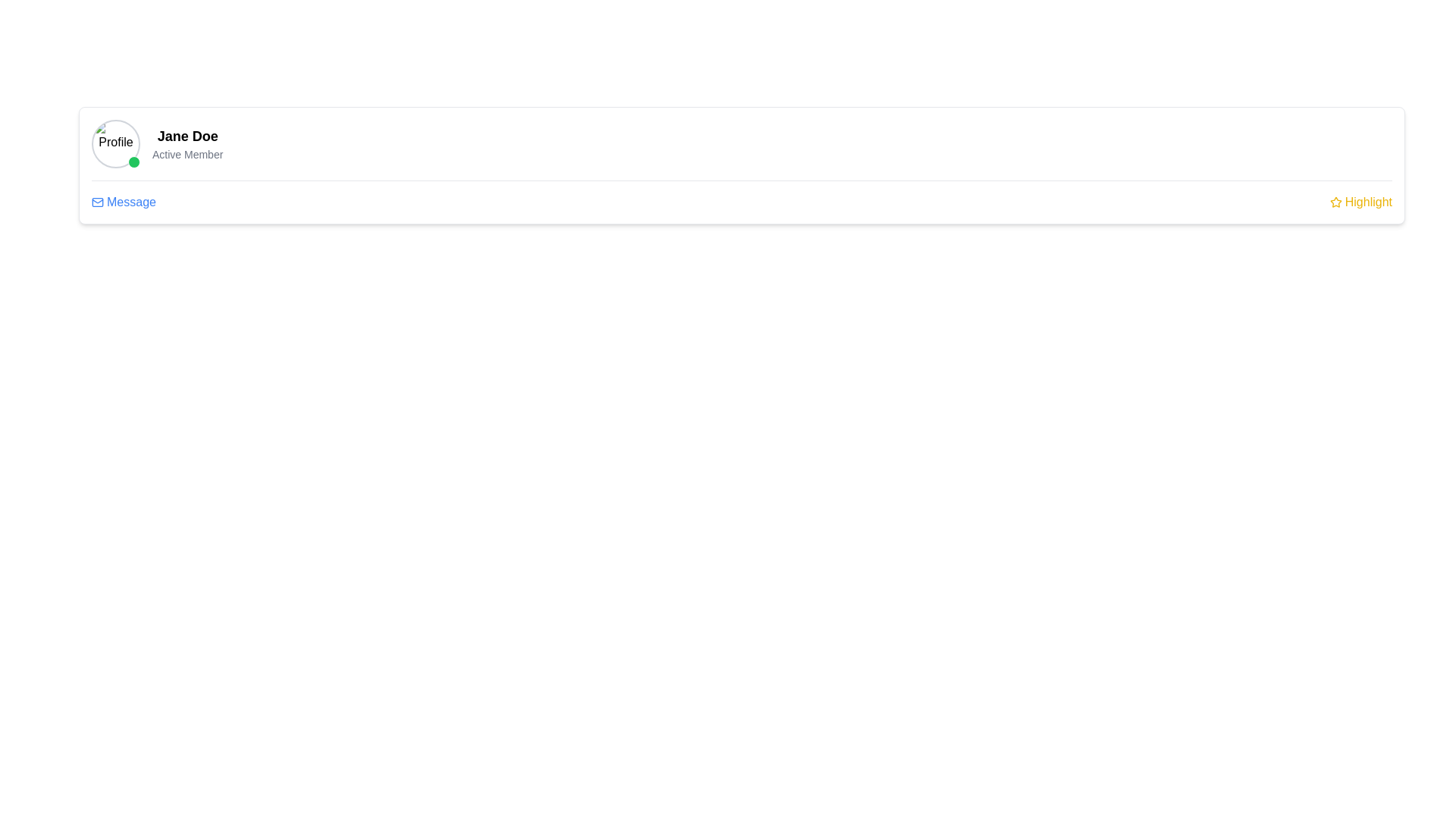 The height and width of the screenshot is (819, 1456). Describe the element at coordinates (1335, 201) in the screenshot. I see `the yellow icon that symbolizes the 'Highlight' label, positioned near the top-right corner of the interface before the word 'Highlight'` at that location.